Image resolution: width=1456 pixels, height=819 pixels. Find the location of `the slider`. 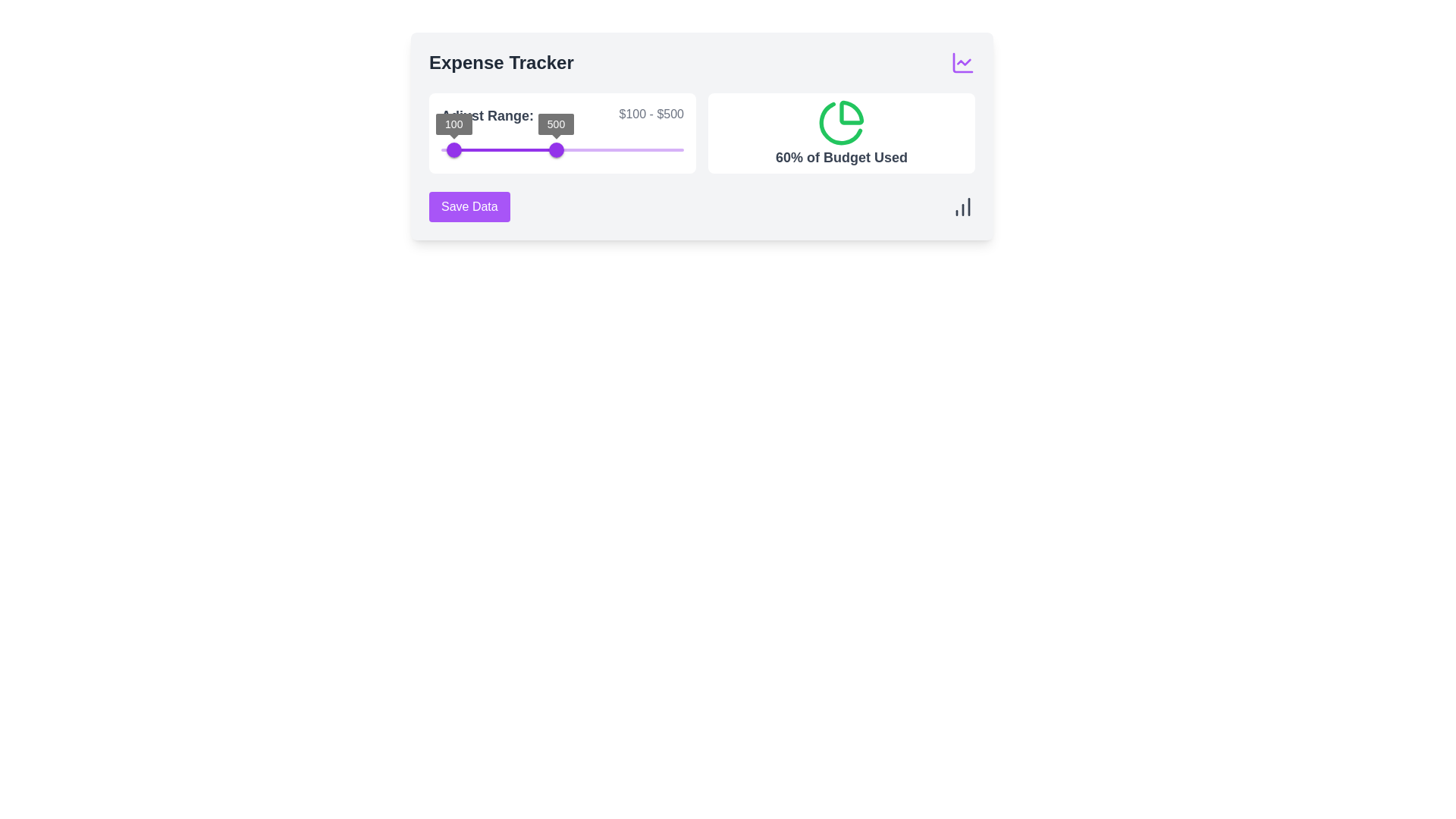

the slider is located at coordinates (720, 149).